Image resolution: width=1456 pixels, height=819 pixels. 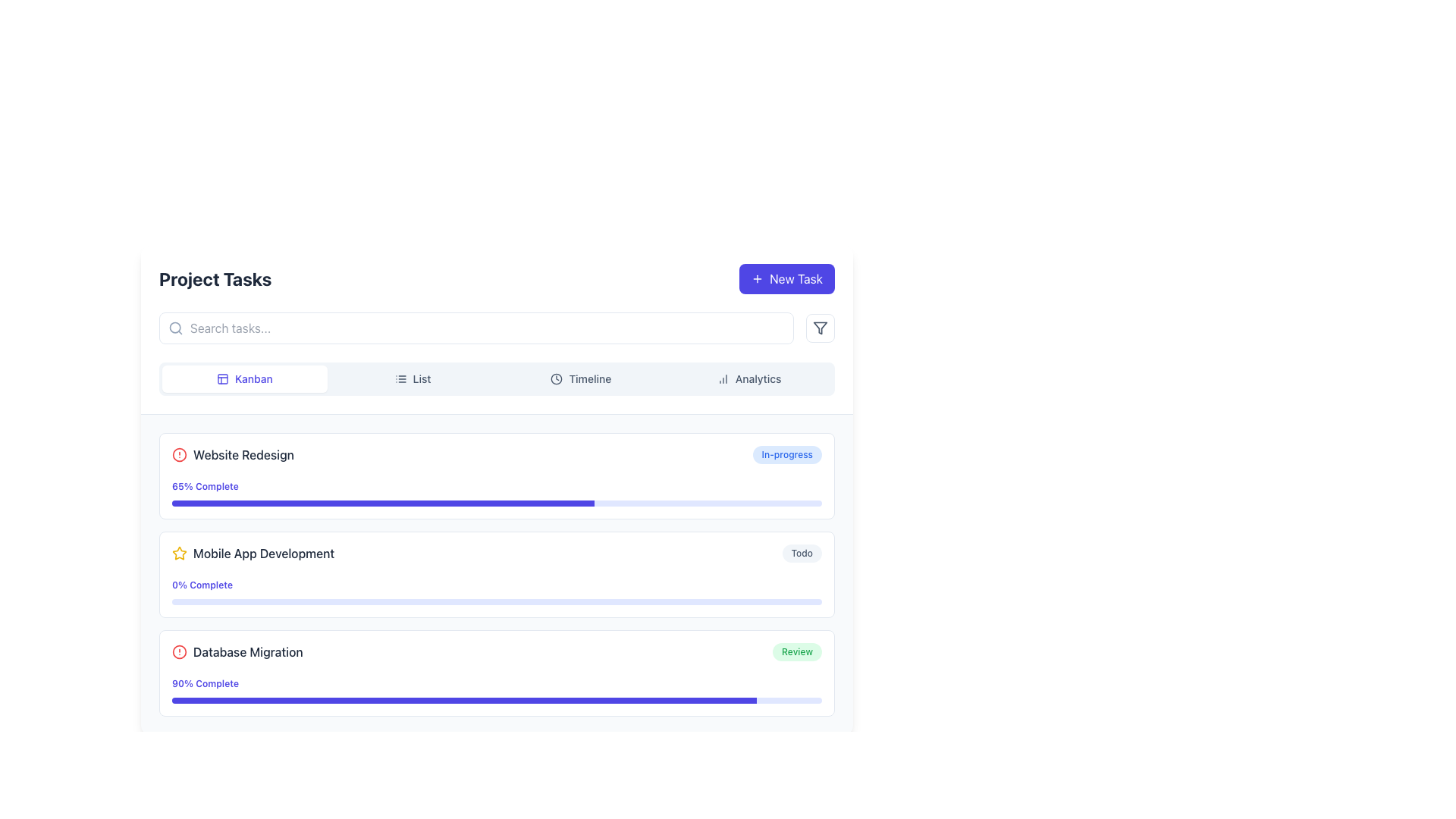 I want to click on 'Database Migration' text label which is styled in slate gray and positioned in the bottom box of three task entries, specifically to the right of a red circular alert icon in the row labeled '90% Complete.', so click(x=248, y=651).